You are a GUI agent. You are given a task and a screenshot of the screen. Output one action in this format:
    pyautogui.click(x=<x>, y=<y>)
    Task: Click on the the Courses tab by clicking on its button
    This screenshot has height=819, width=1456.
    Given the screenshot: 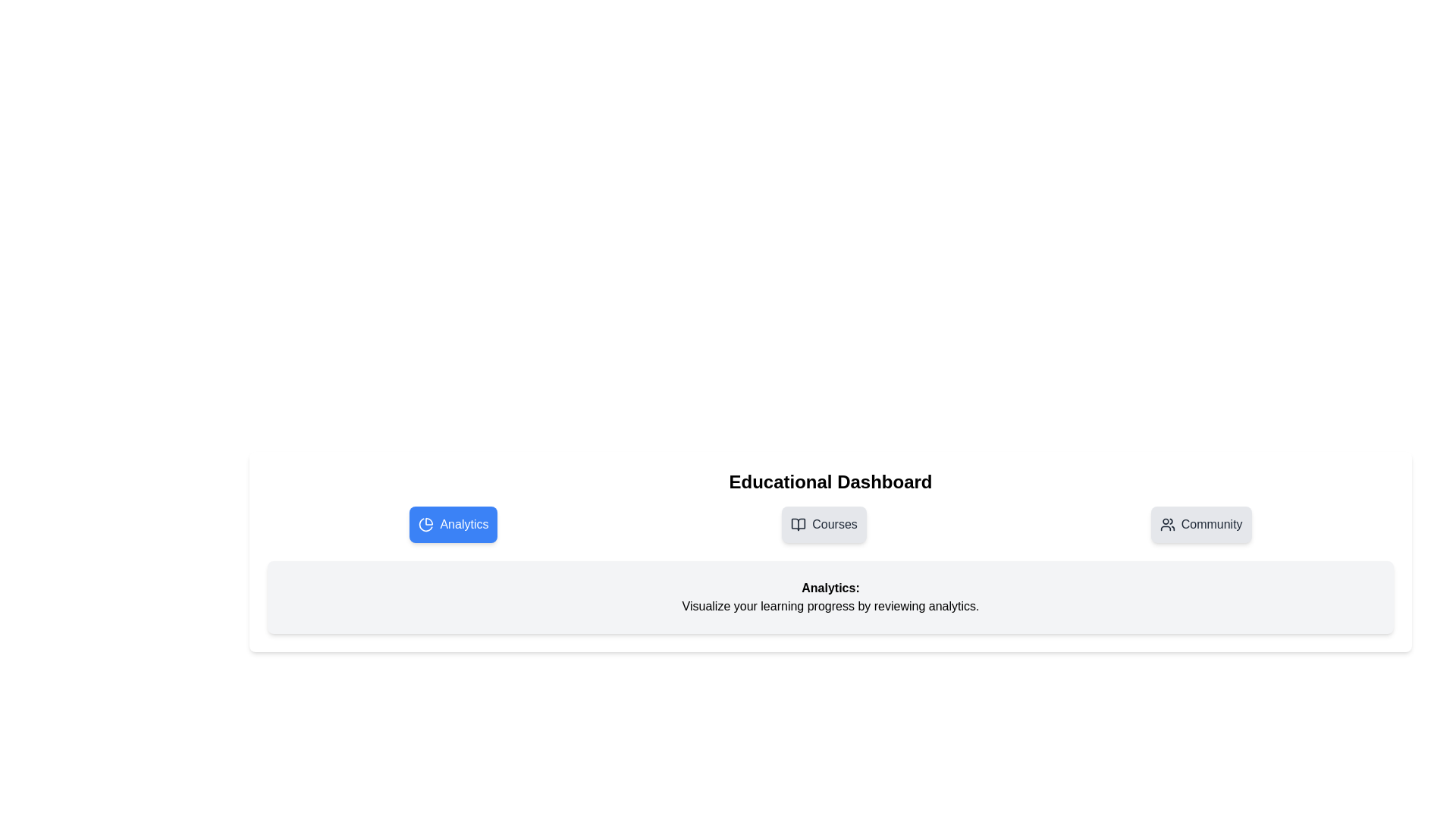 What is the action you would take?
    pyautogui.click(x=823, y=523)
    